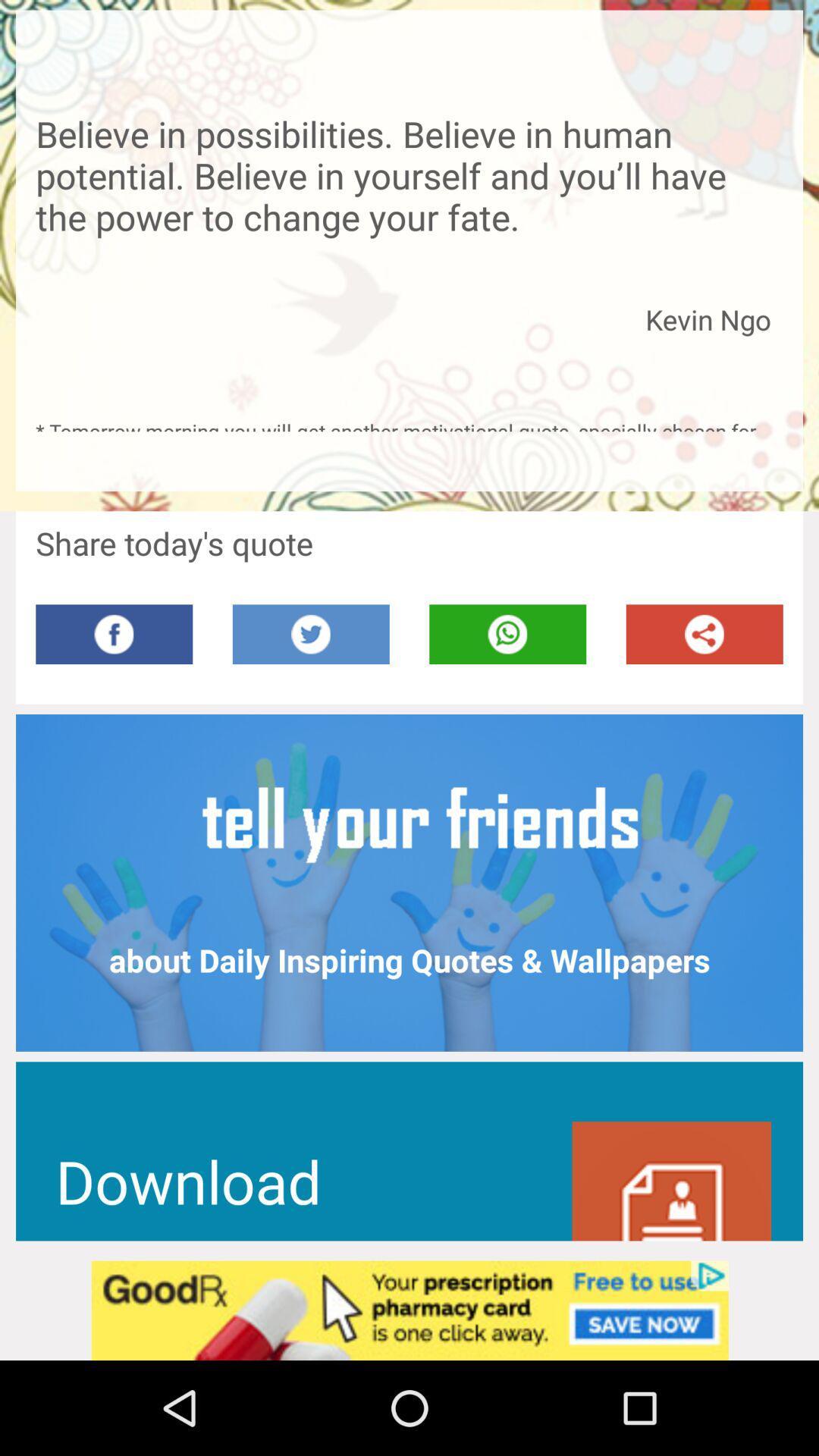 The width and height of the screenshot is (819, 1456). Describe the element at coordinates (113, 634) in the screenshot. I see `facebook page` at that location.